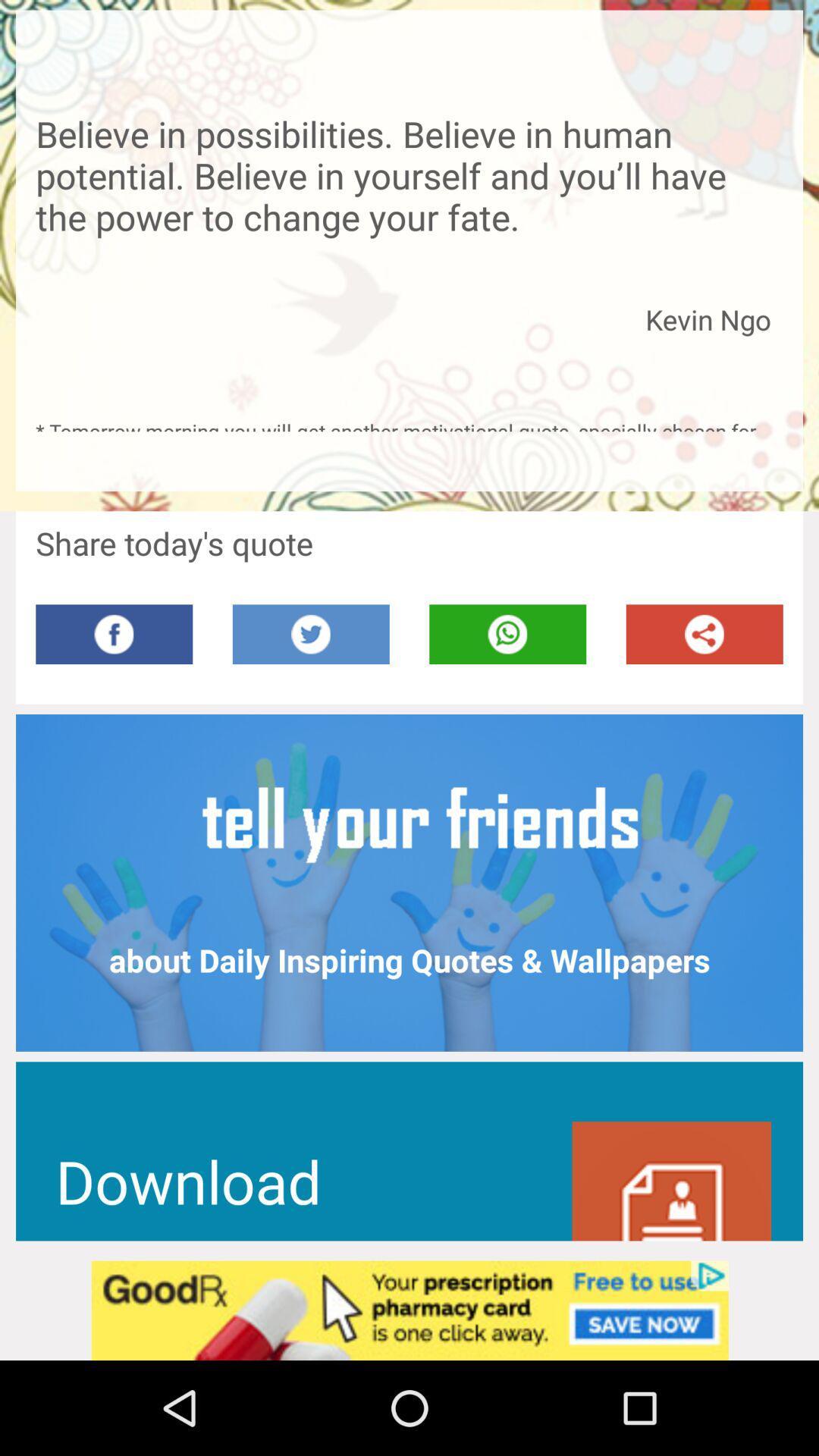 The width and height of the screenshot is (819, 1456). Describe the element at coordinates (113, 634) in the screenshot. I see `facebook page` at that location.